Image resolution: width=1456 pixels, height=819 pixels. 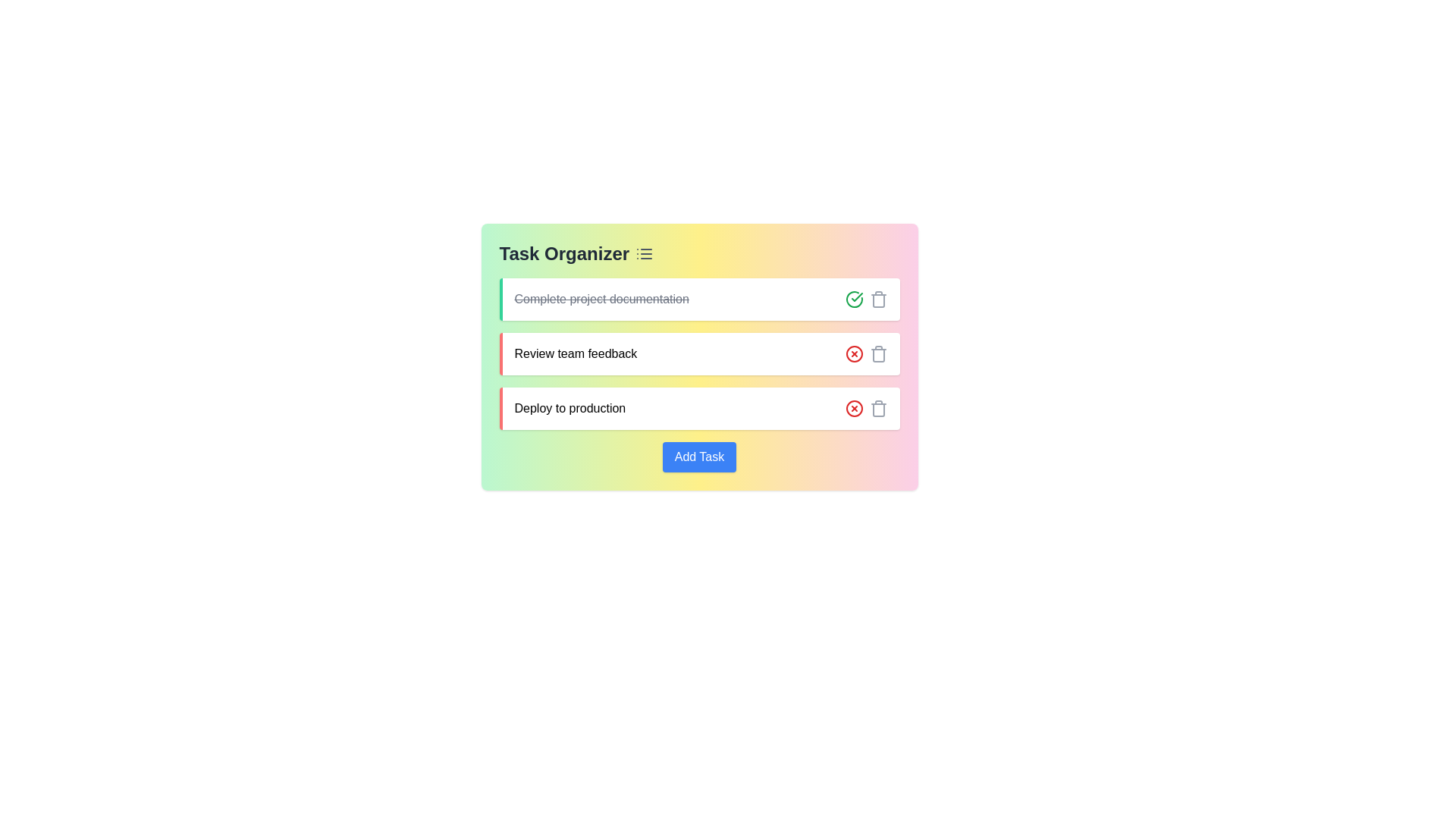 I want to click on the small gray trash can icon located to the far right of the text field labeled 'Review team feedback', so click(x=878, y=408).